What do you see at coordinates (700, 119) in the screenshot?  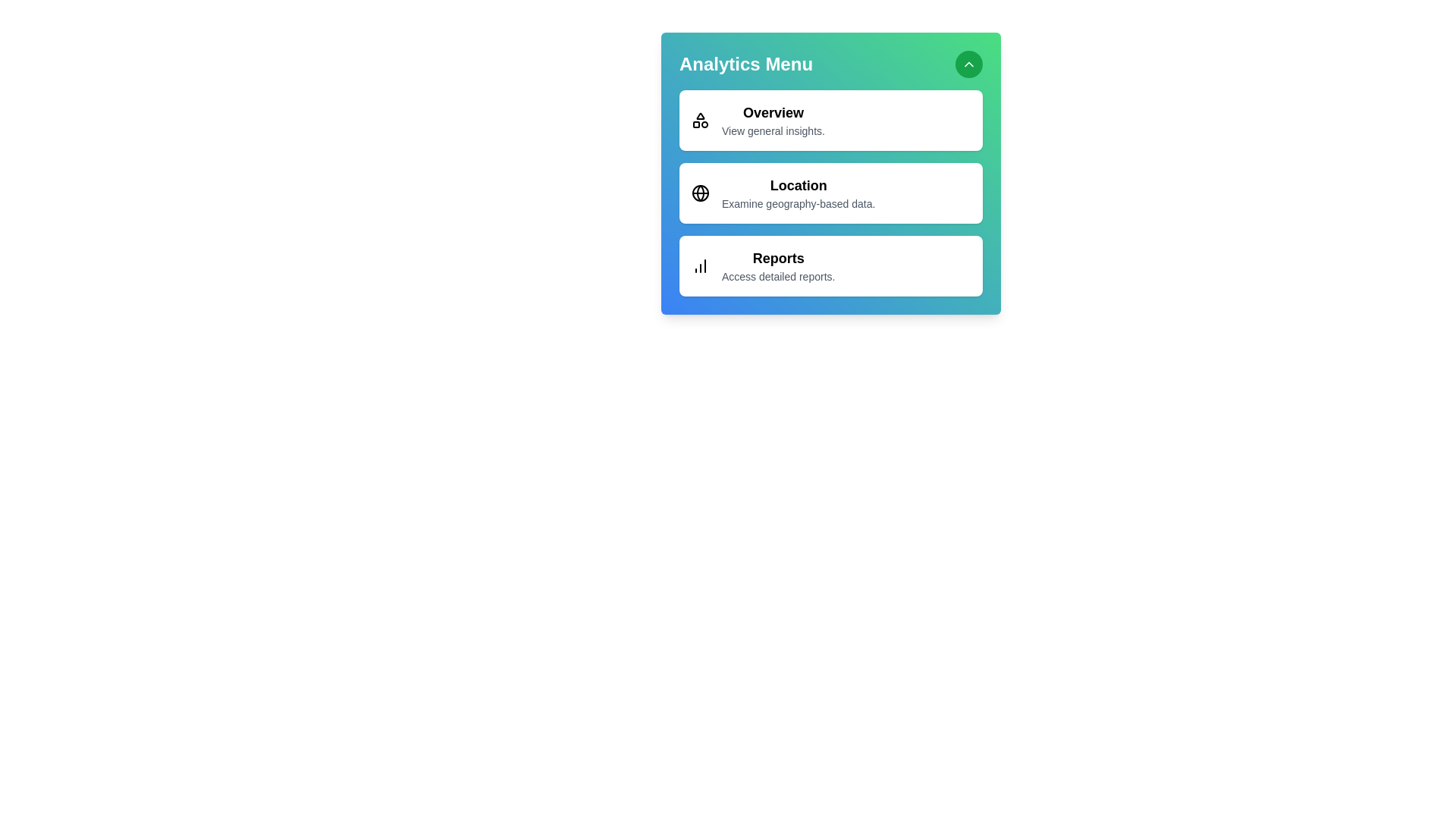 I see `the icon associated with Overview to perform its action` at bounding box center [700, 119].